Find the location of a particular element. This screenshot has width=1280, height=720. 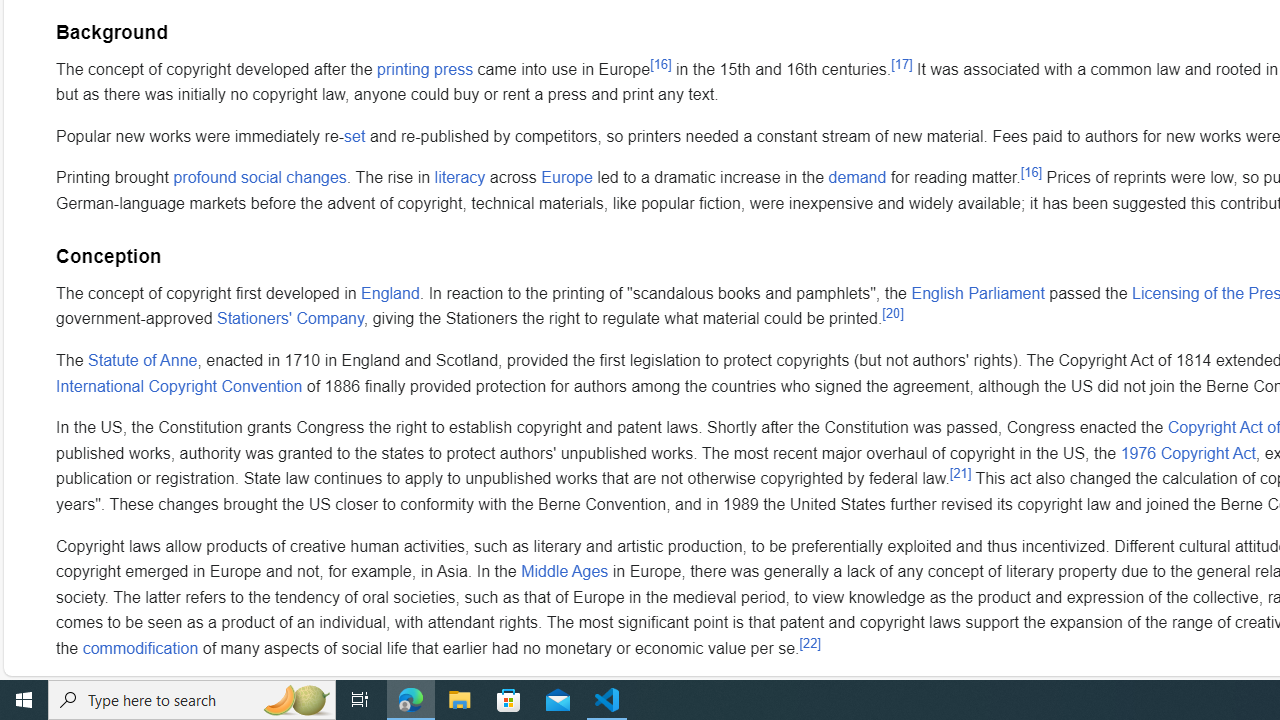

'[20]' is located at coordinates (891, 313).